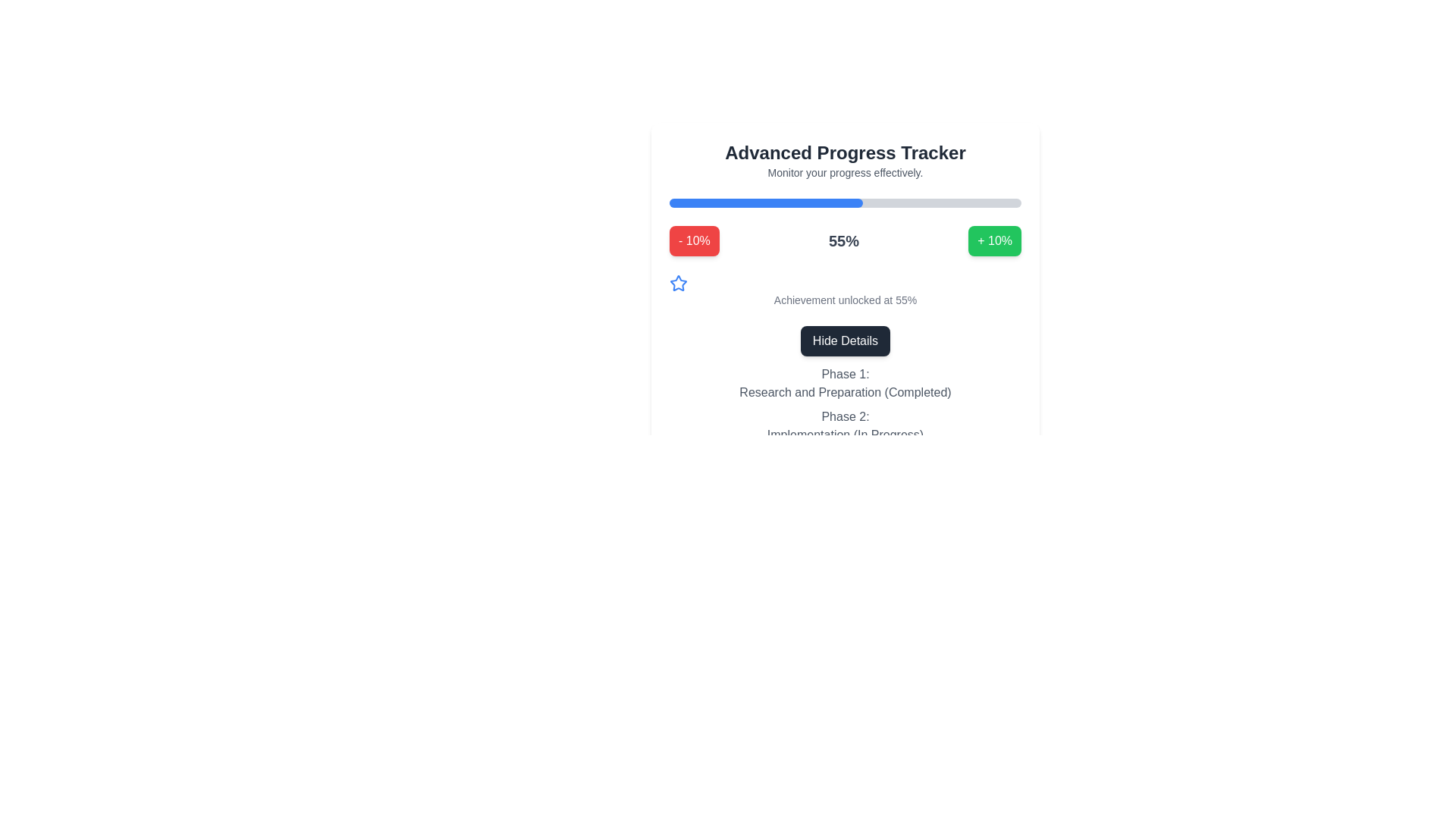 This screenshot has height=819, width=1456. I want to click on the Text Label that reads 'Monitor your progress effectively.' which is styled with a small font size and light gray color, located below the title 'Advanced Progress Tracker', so click(844, 171).